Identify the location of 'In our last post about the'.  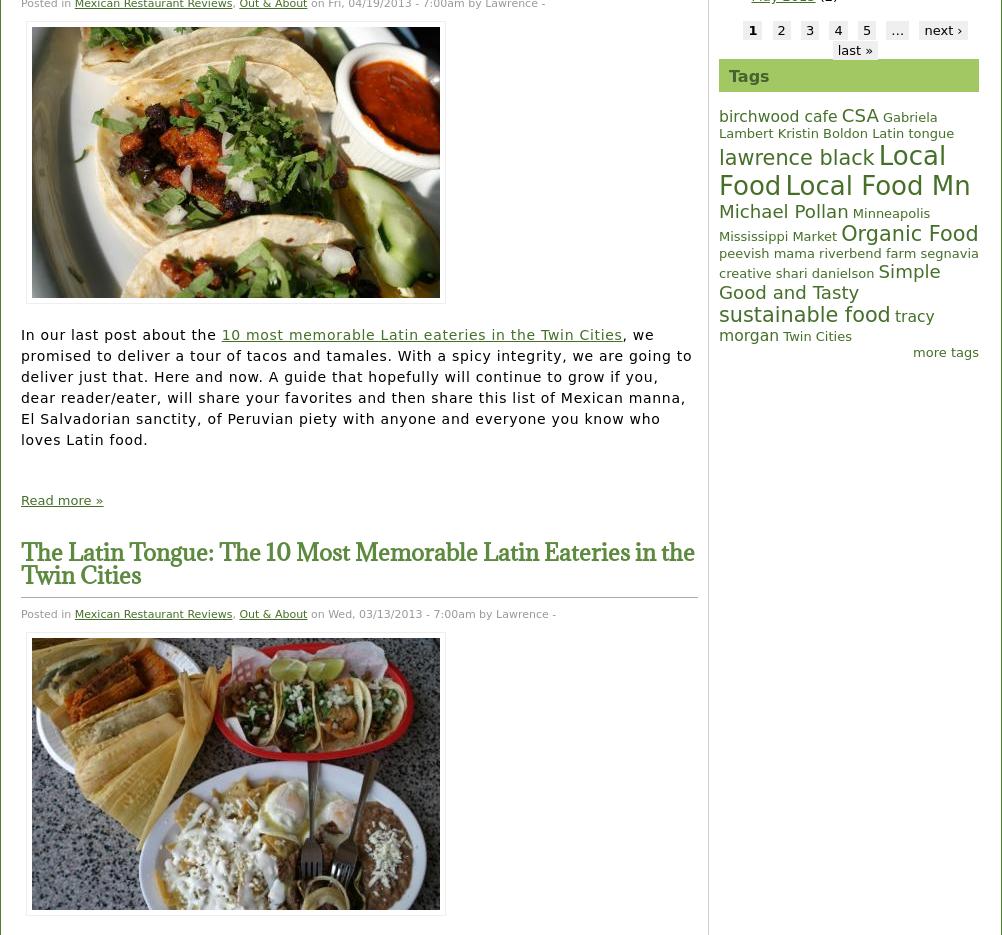
(120, 335).